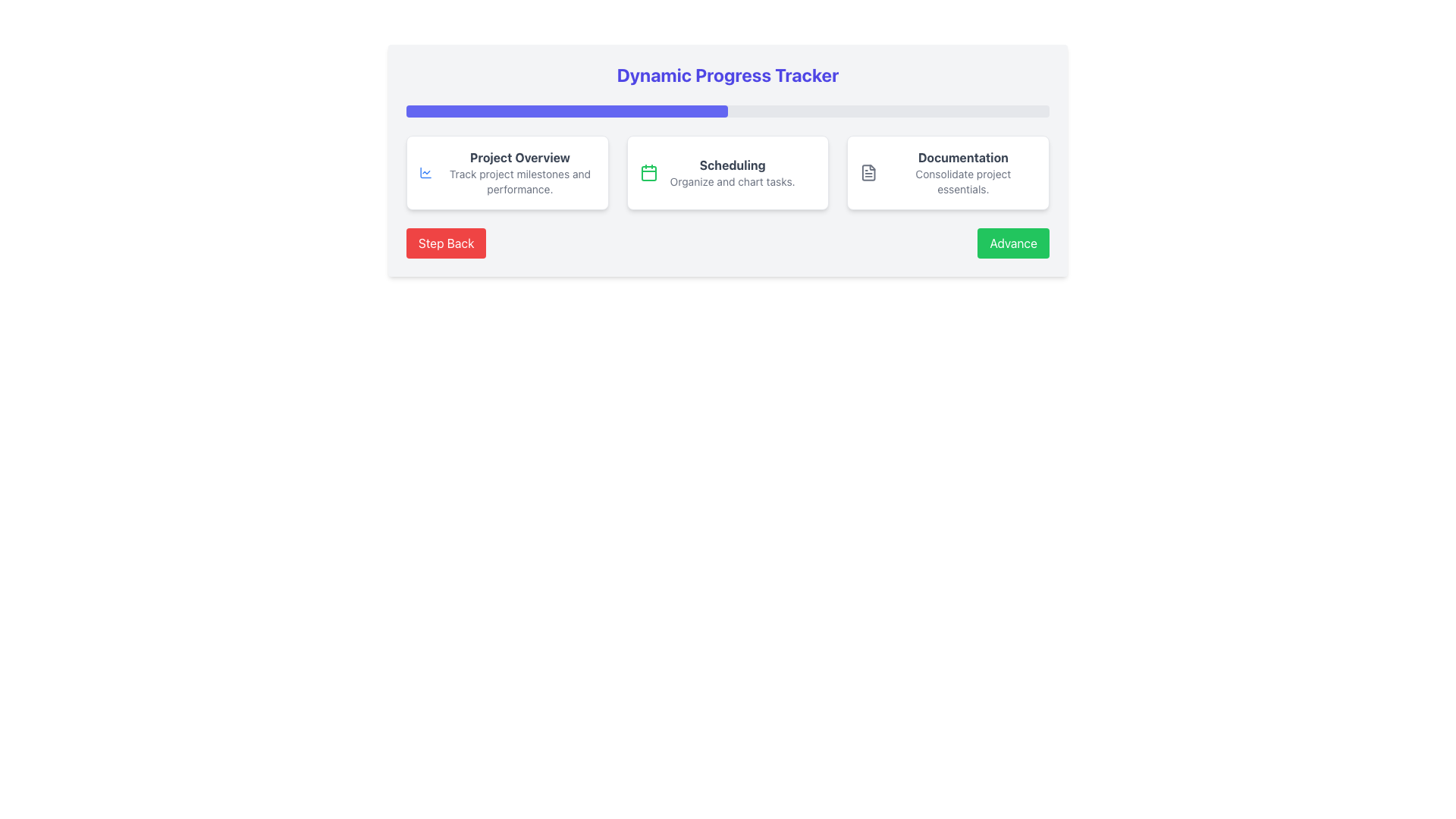 This screenshot has width=1456, height=819. I want to click on the text label that reads 'Consolidate project essentials.' within the 'Documentation' card, which is styled in gray and positioned below the bold title 'Documentation.', so click(962, 180).